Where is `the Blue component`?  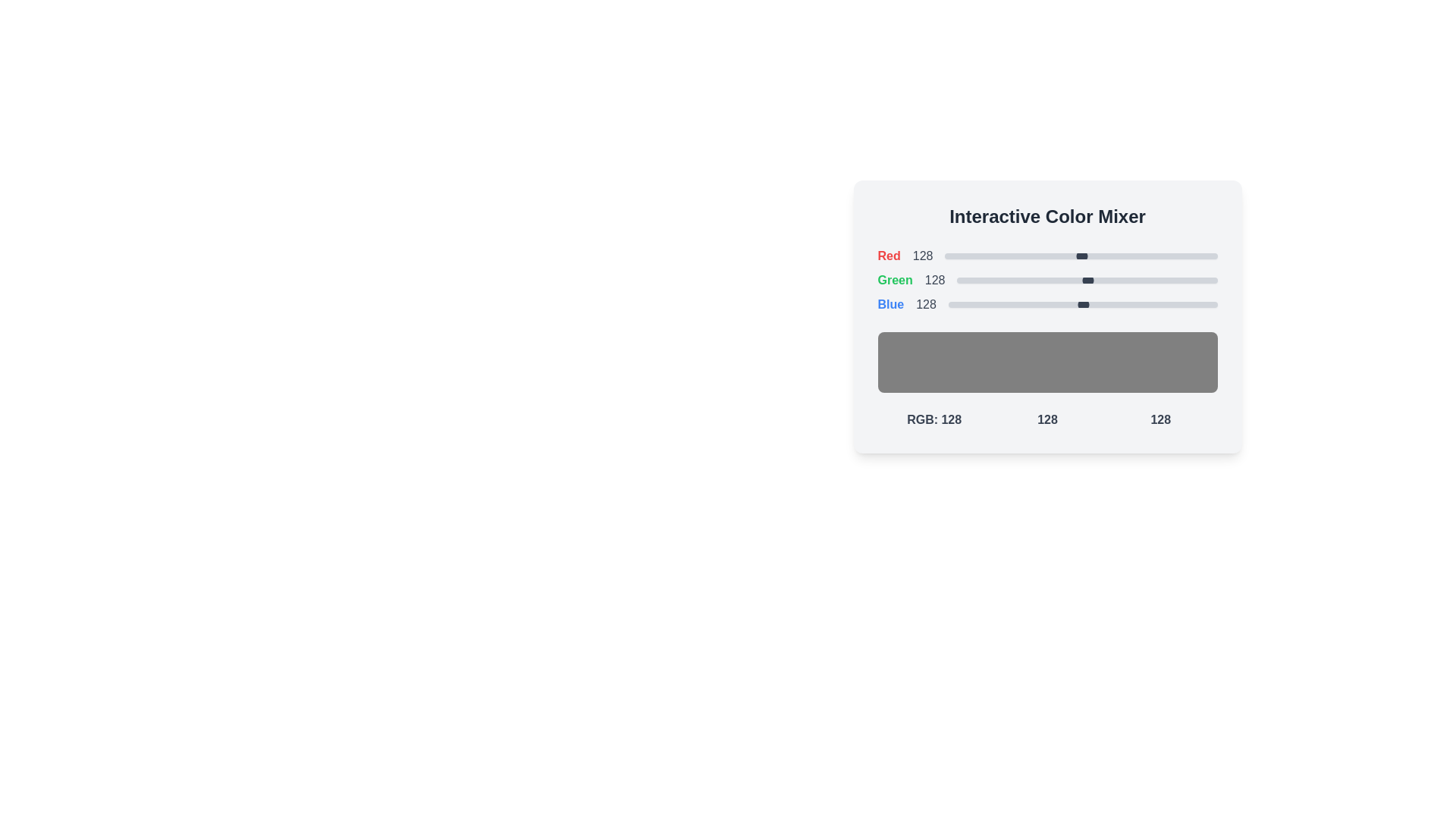 the Blue component is located at coordinates (1075, 304).